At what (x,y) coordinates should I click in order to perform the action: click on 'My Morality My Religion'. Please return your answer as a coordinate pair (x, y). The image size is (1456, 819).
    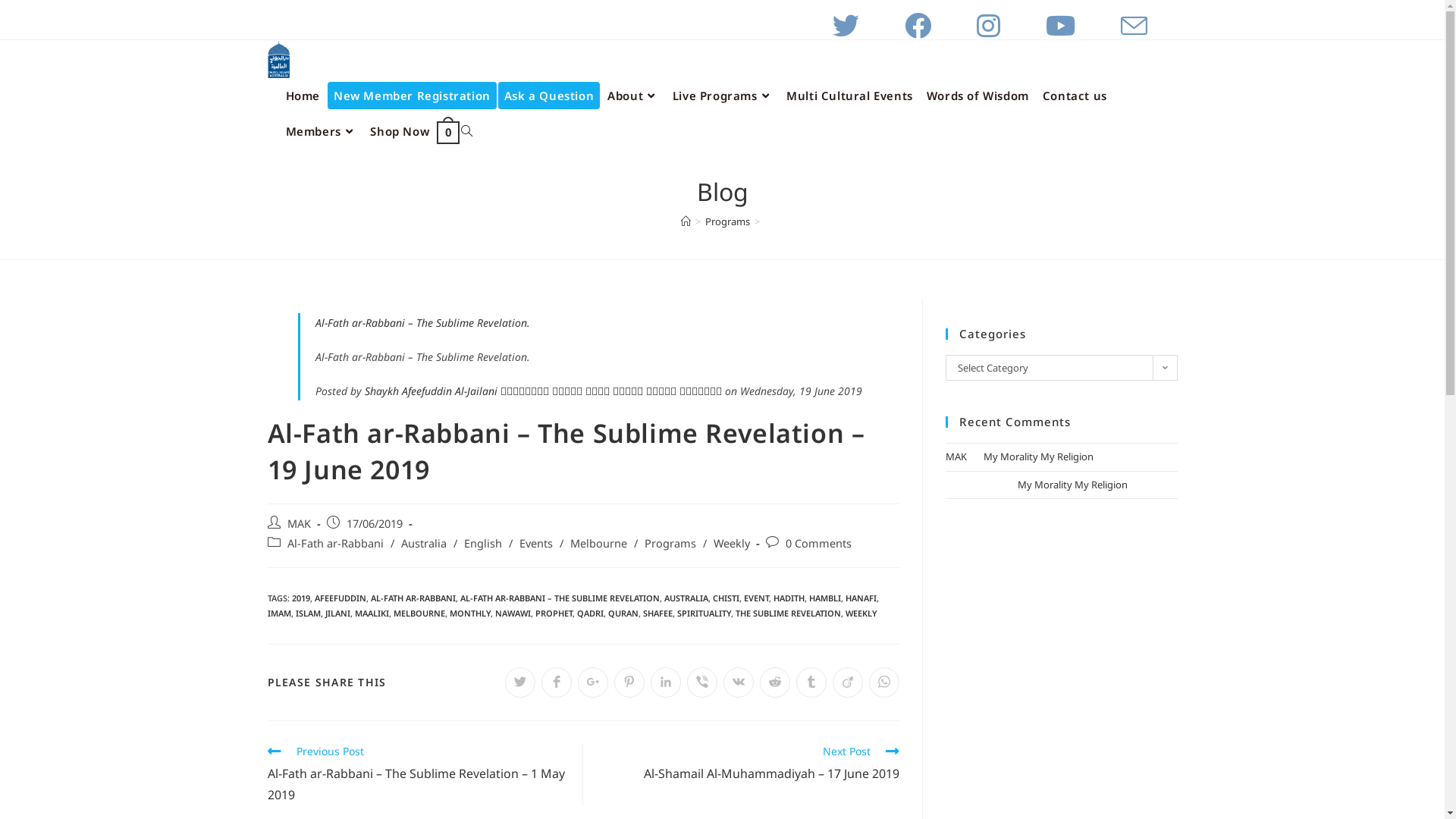
    Looking at the image, I should click on (1037, 455).